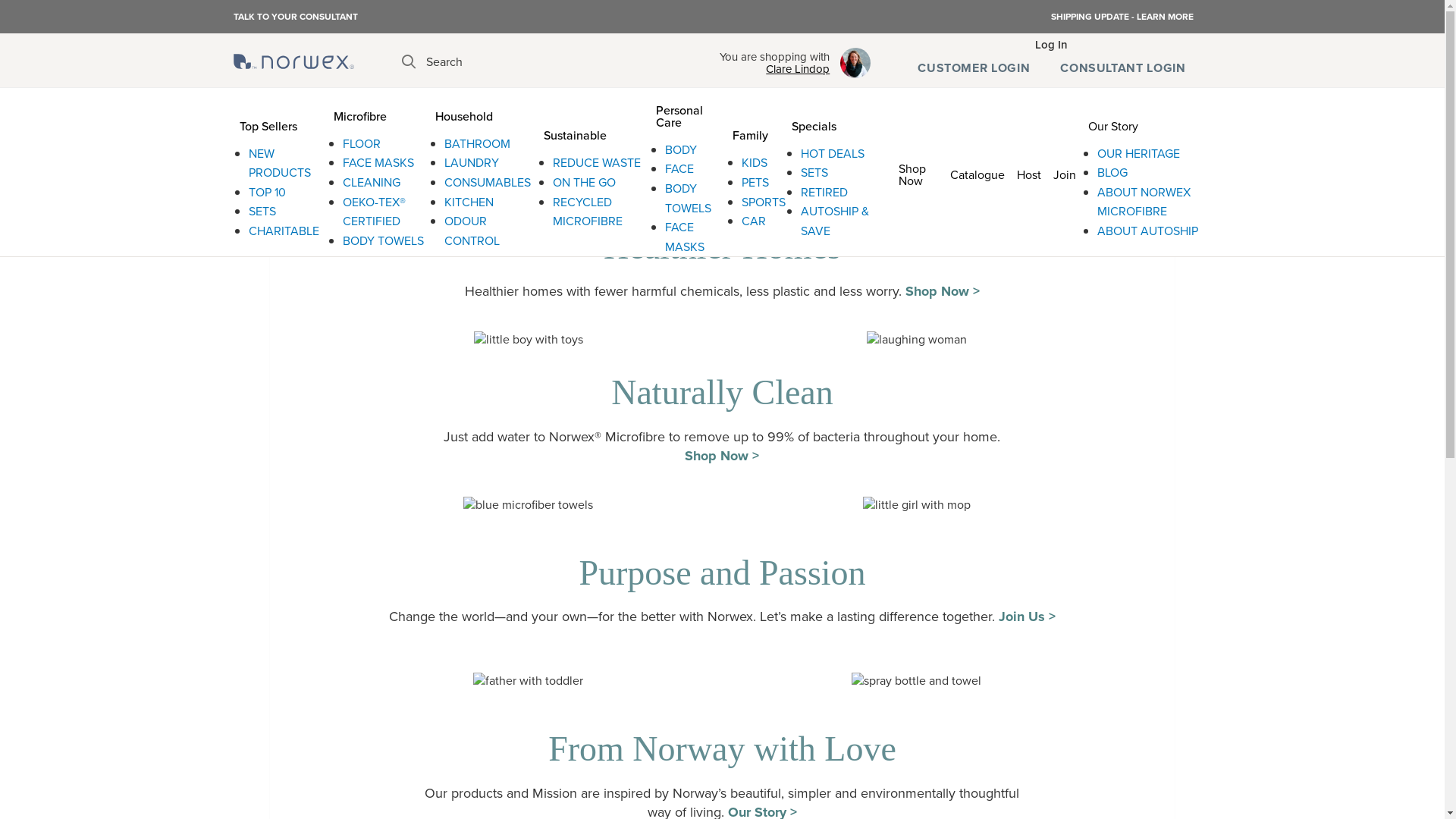  What do you see at coordinates (327, 113) in the screenshot?
I see `'Microfibre'` at bounding box center [327, 113].